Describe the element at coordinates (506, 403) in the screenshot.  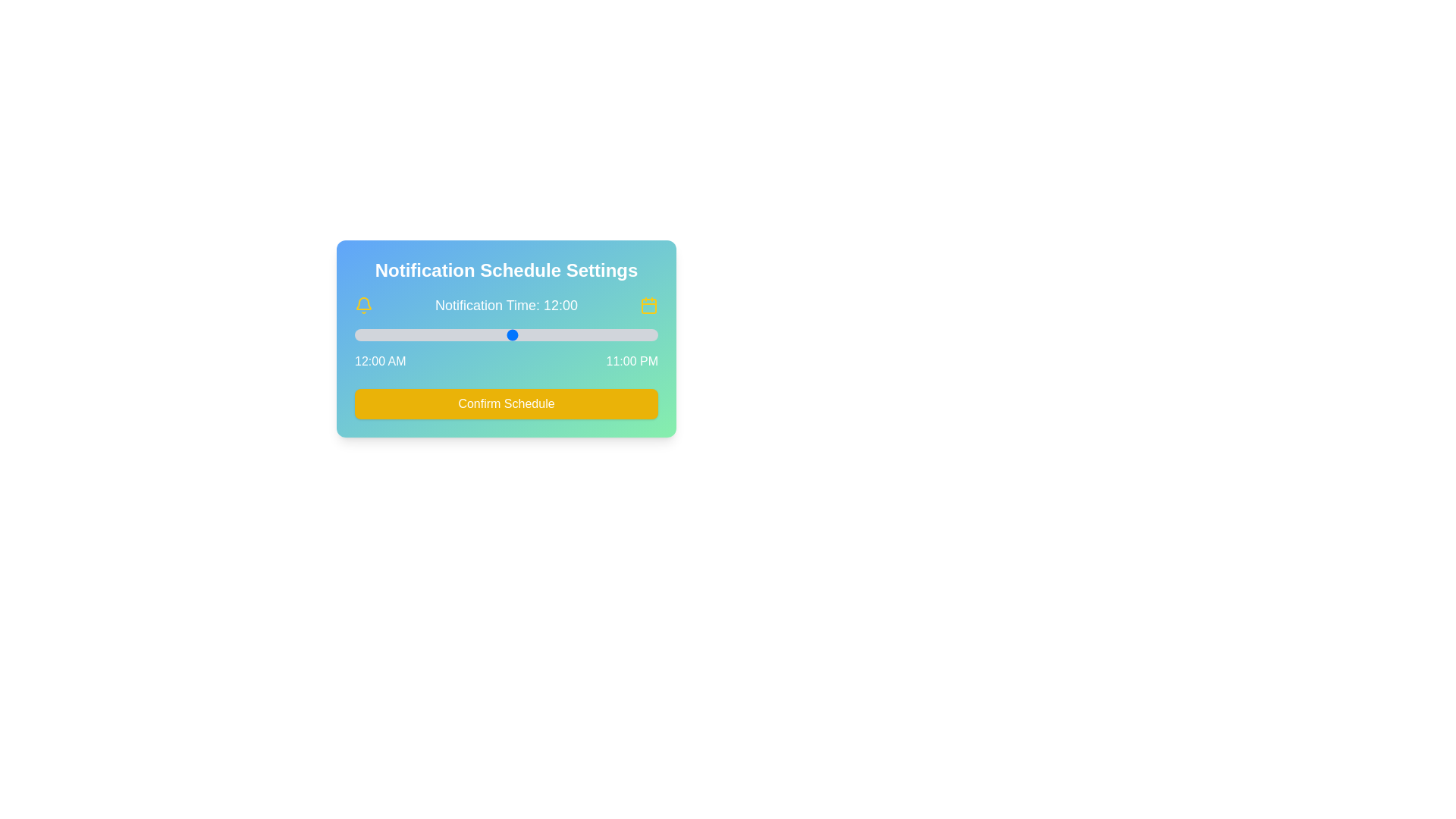
I see `the 'Confirm Schedule' button` at that location.